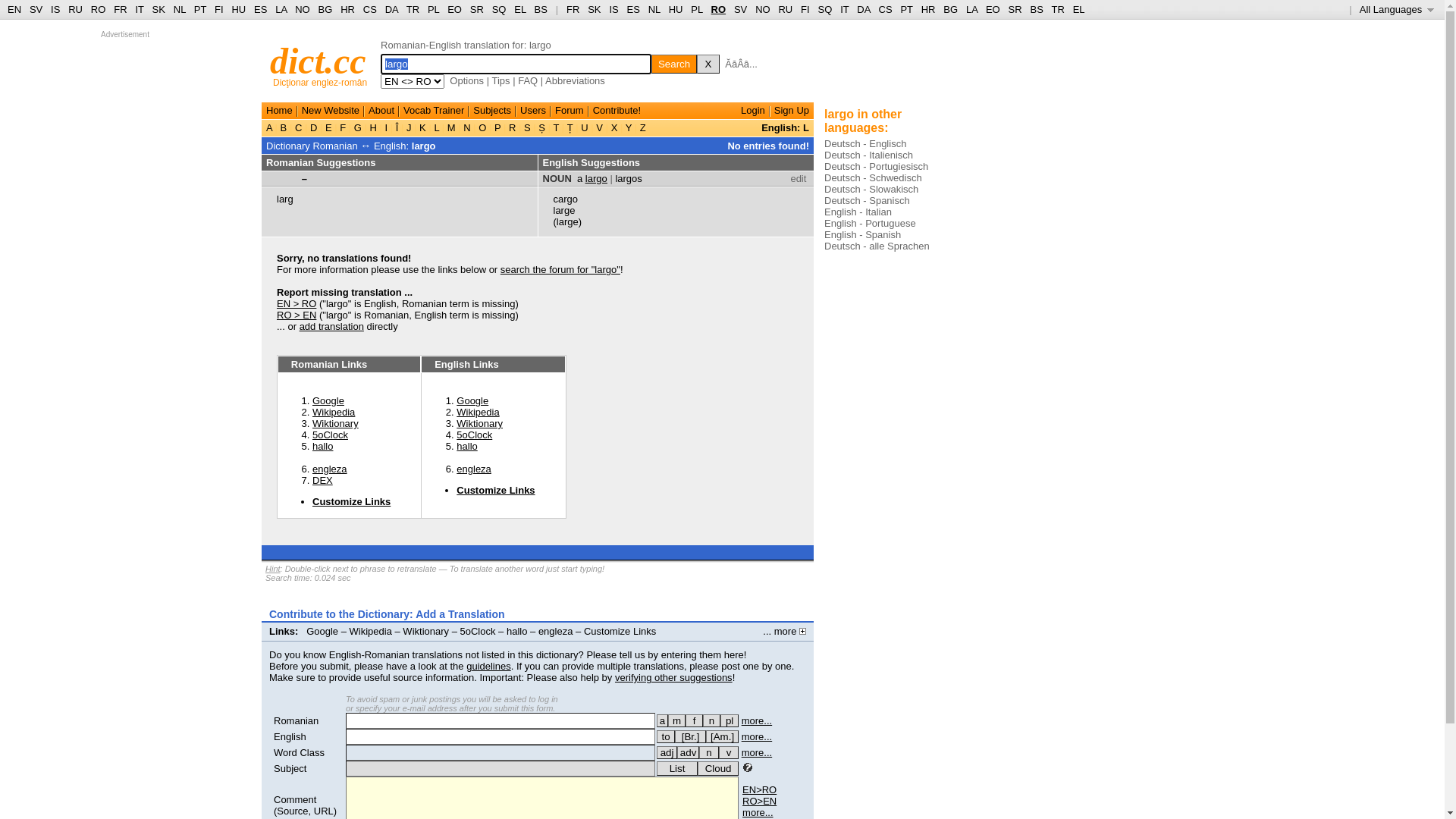  I want to click on 'larg', so click(276, 198).